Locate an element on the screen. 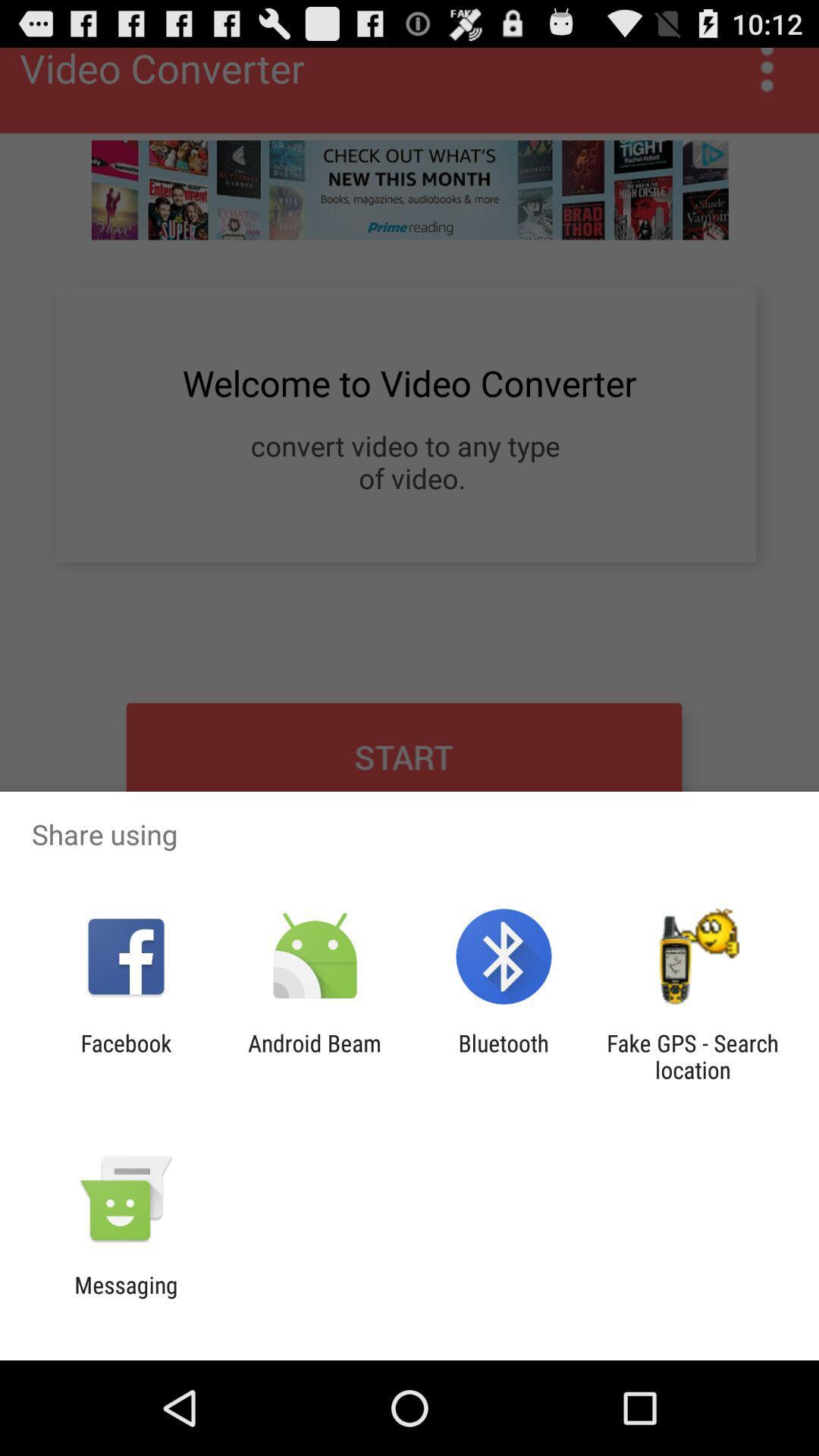 The image size is (819, 1456). facebook is located at coordinates (125, 1056).